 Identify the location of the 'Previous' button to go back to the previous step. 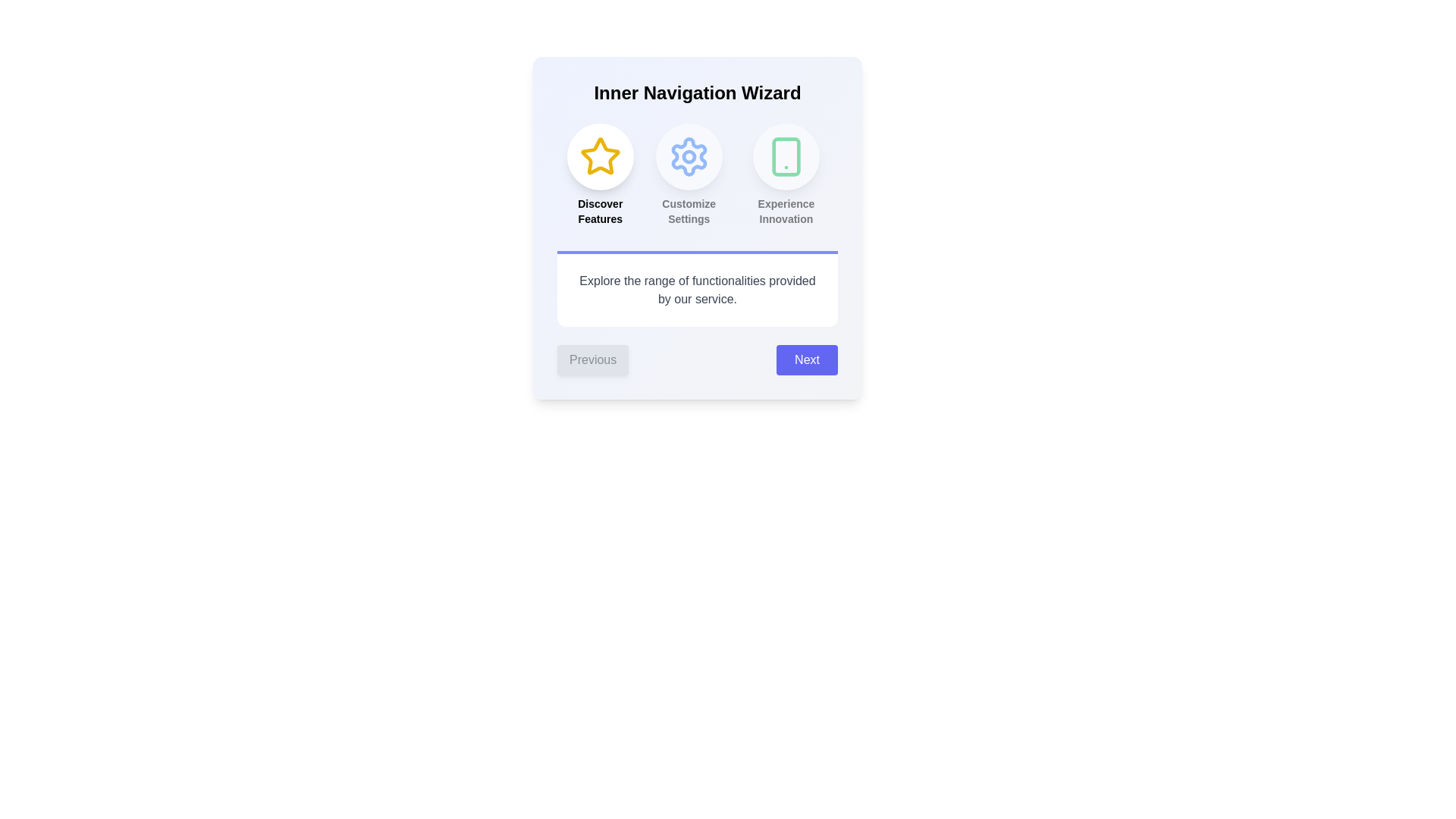
(592, 359).